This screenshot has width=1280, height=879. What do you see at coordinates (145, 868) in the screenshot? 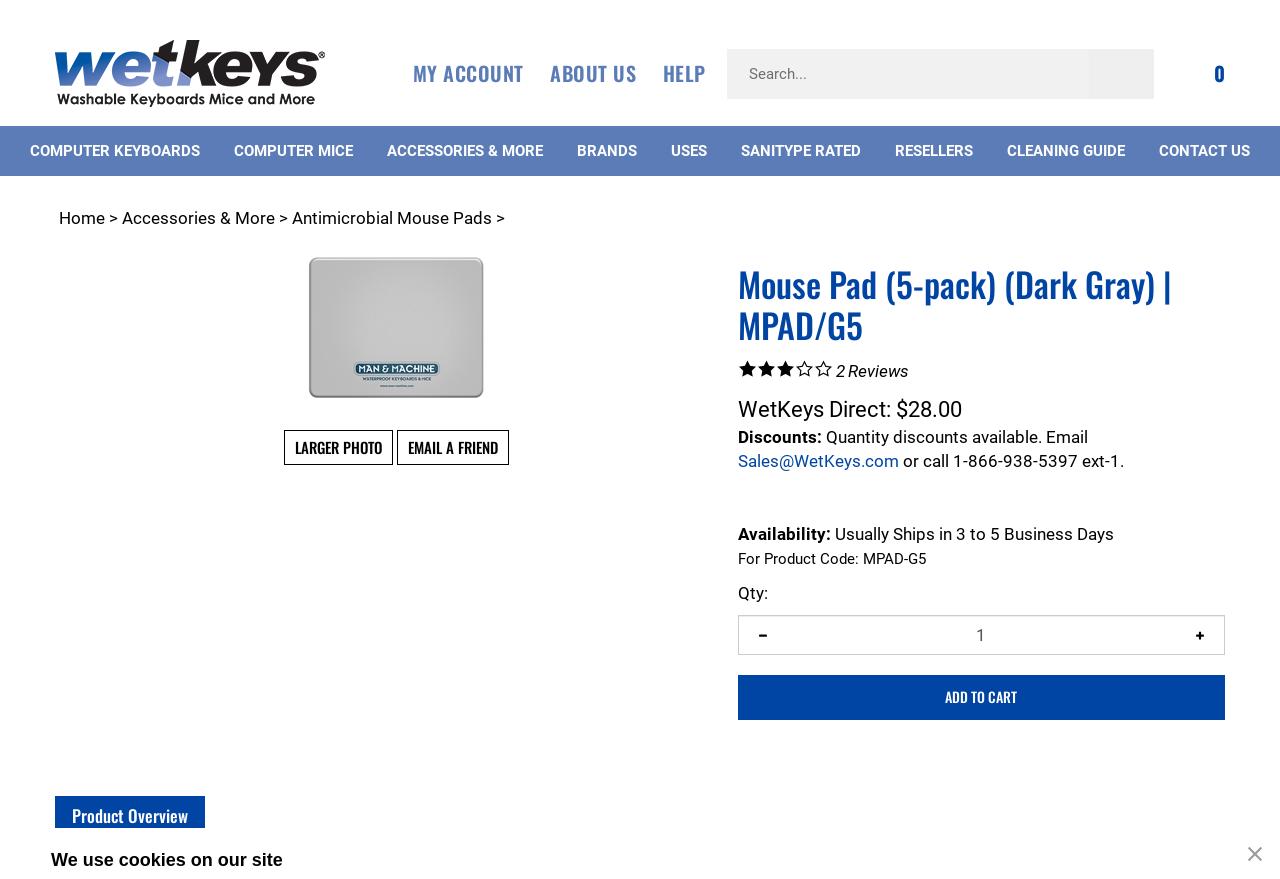
I see `'Infection Control'` at bounding box center [145, 868].